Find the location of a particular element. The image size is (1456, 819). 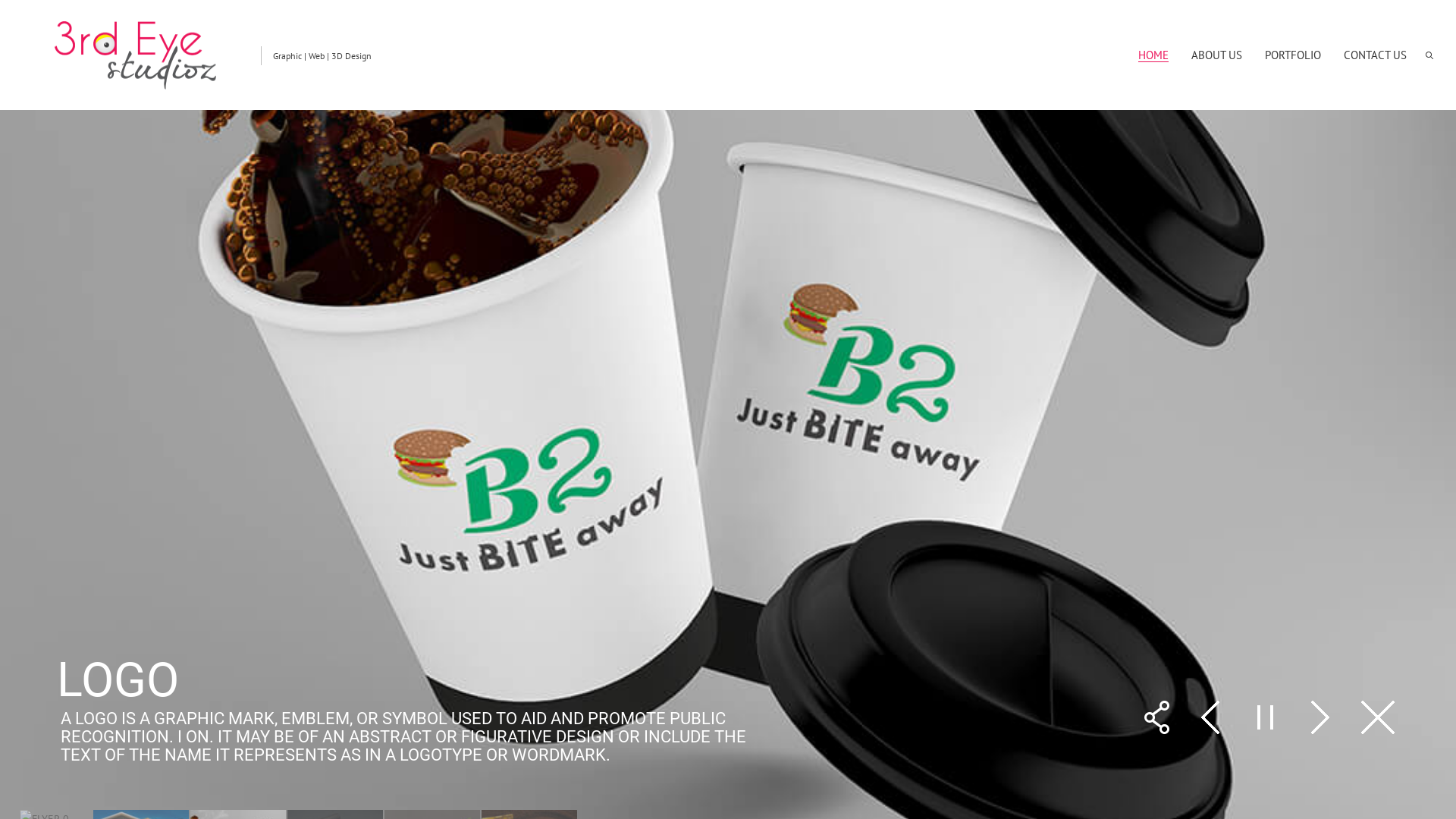

'CONTACT US' is located at coordinates (1375, 54).